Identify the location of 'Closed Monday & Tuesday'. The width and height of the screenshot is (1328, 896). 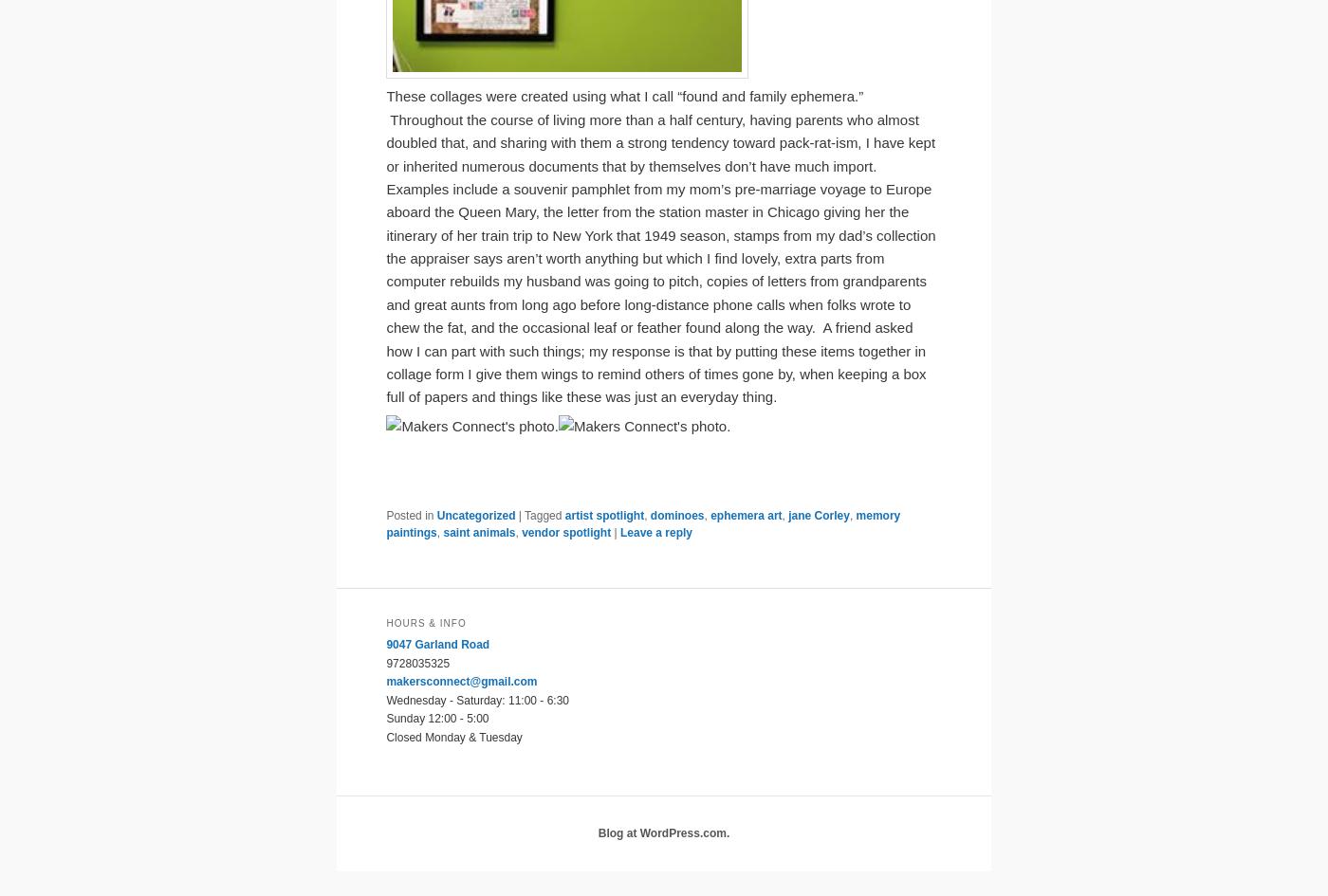
(453, 735).